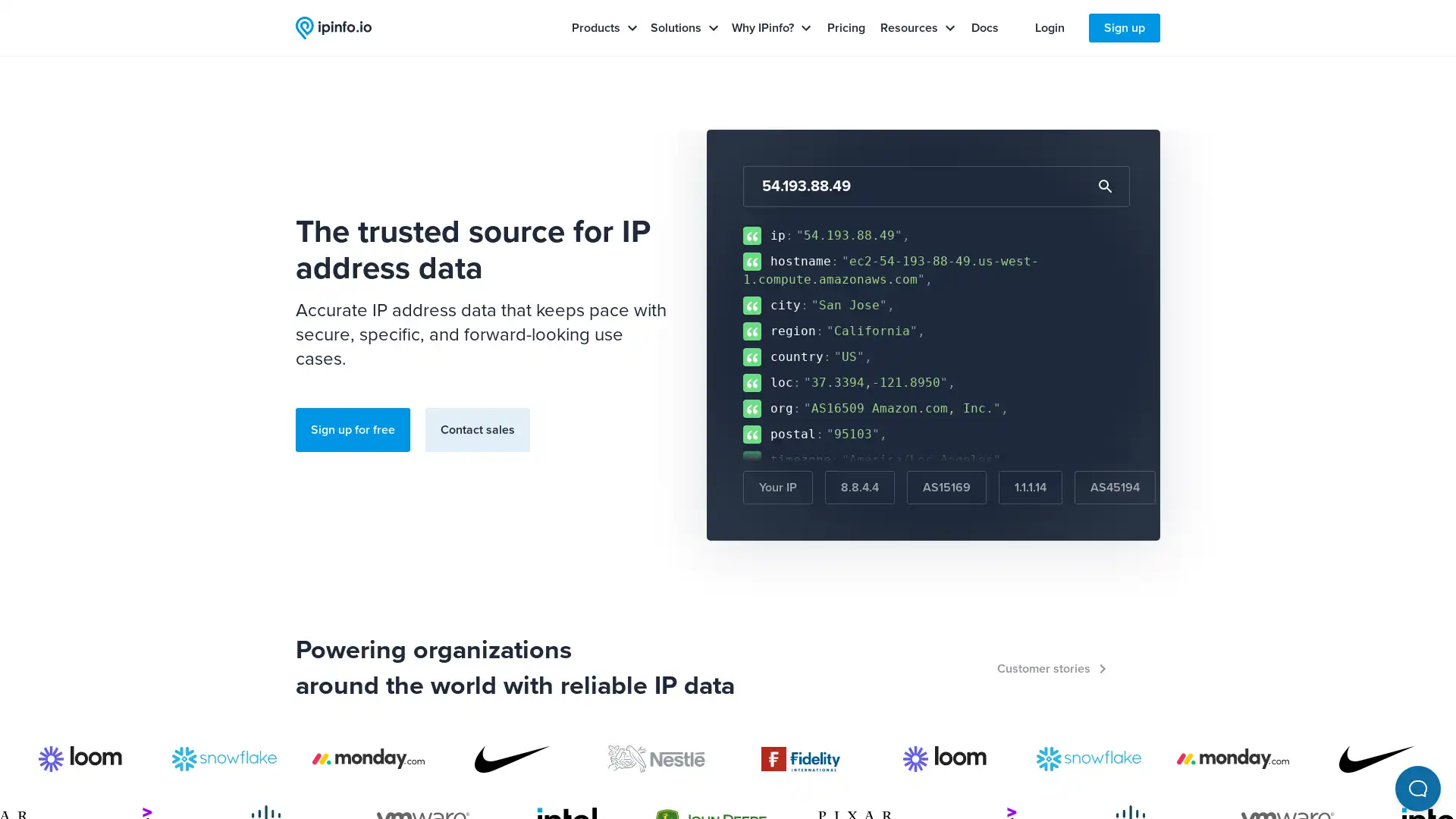 The width and height of the screenshot is (1456, 819). Describe the element at coordinates (1030, 488) in the screenshot. I see `1.1.1.14` at that location.